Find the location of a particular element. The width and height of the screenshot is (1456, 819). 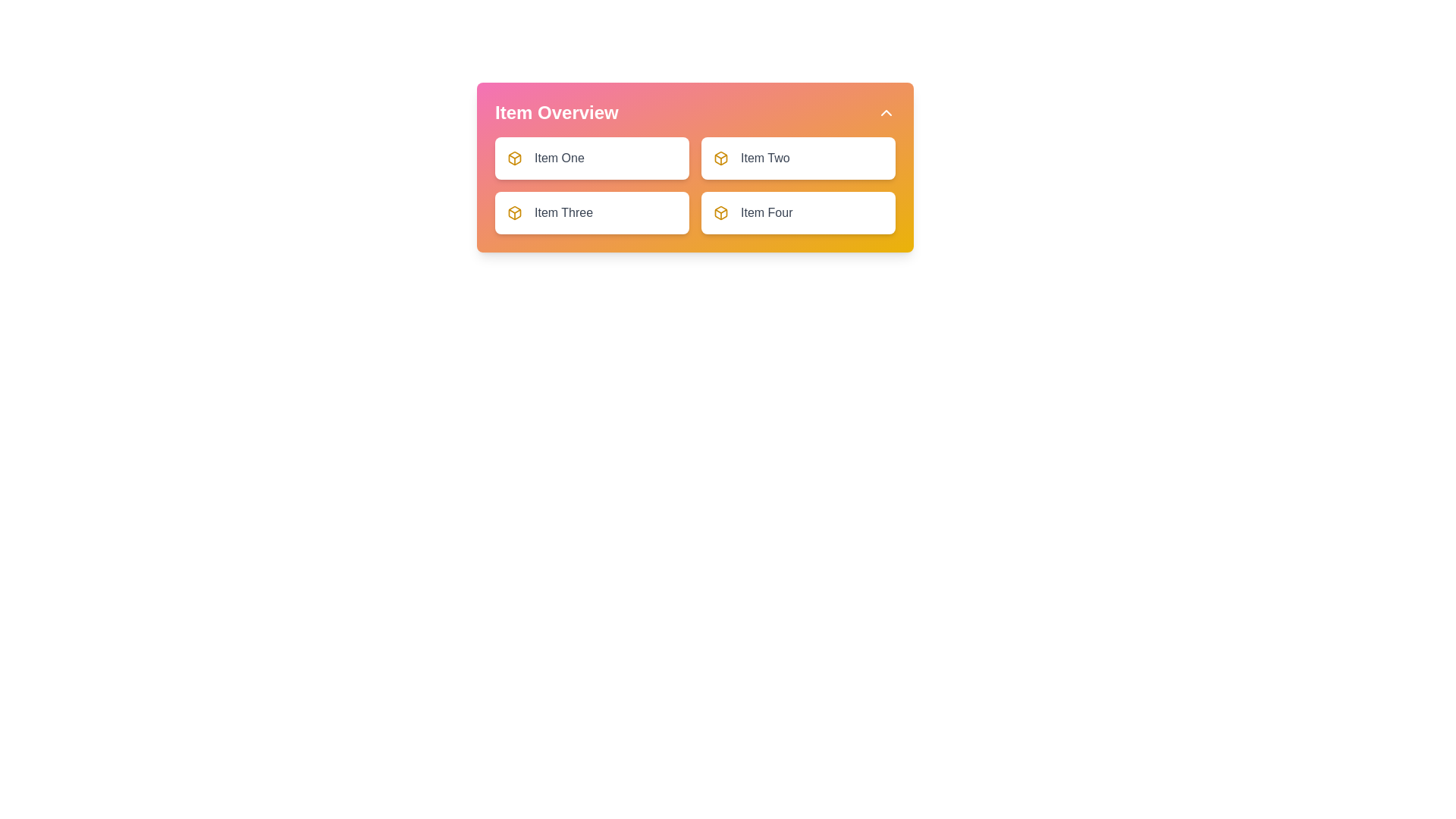

the small yellow icon resembling a box, located to the left of the 'Item Four' text, to interact with it is located at coordinates (720, 213).